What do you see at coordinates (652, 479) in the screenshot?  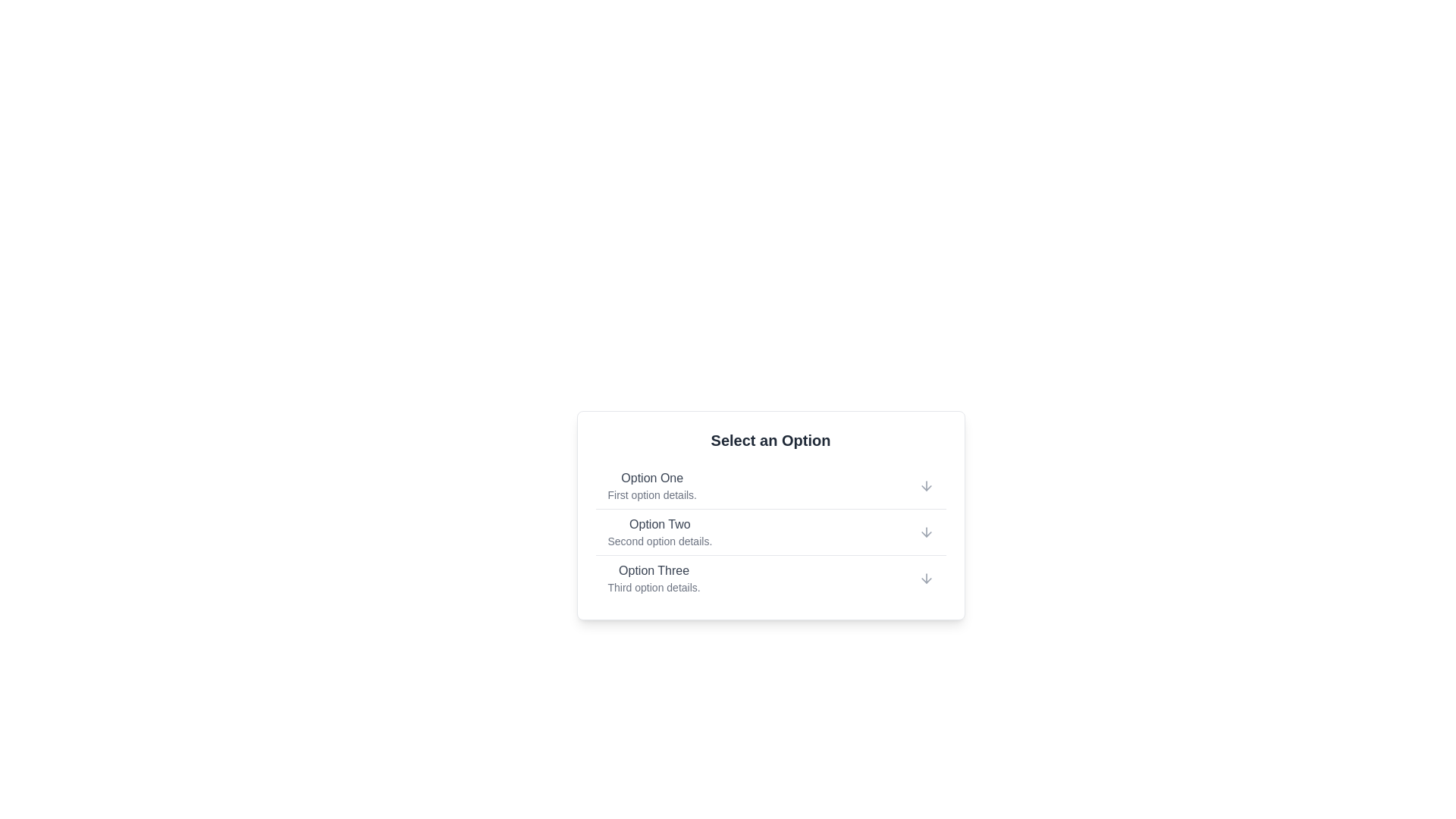 I see `the text label that serves as the title for the first selectable option in the list, located at the top-left of the centered option selection box` at bounding box center [652, 479].